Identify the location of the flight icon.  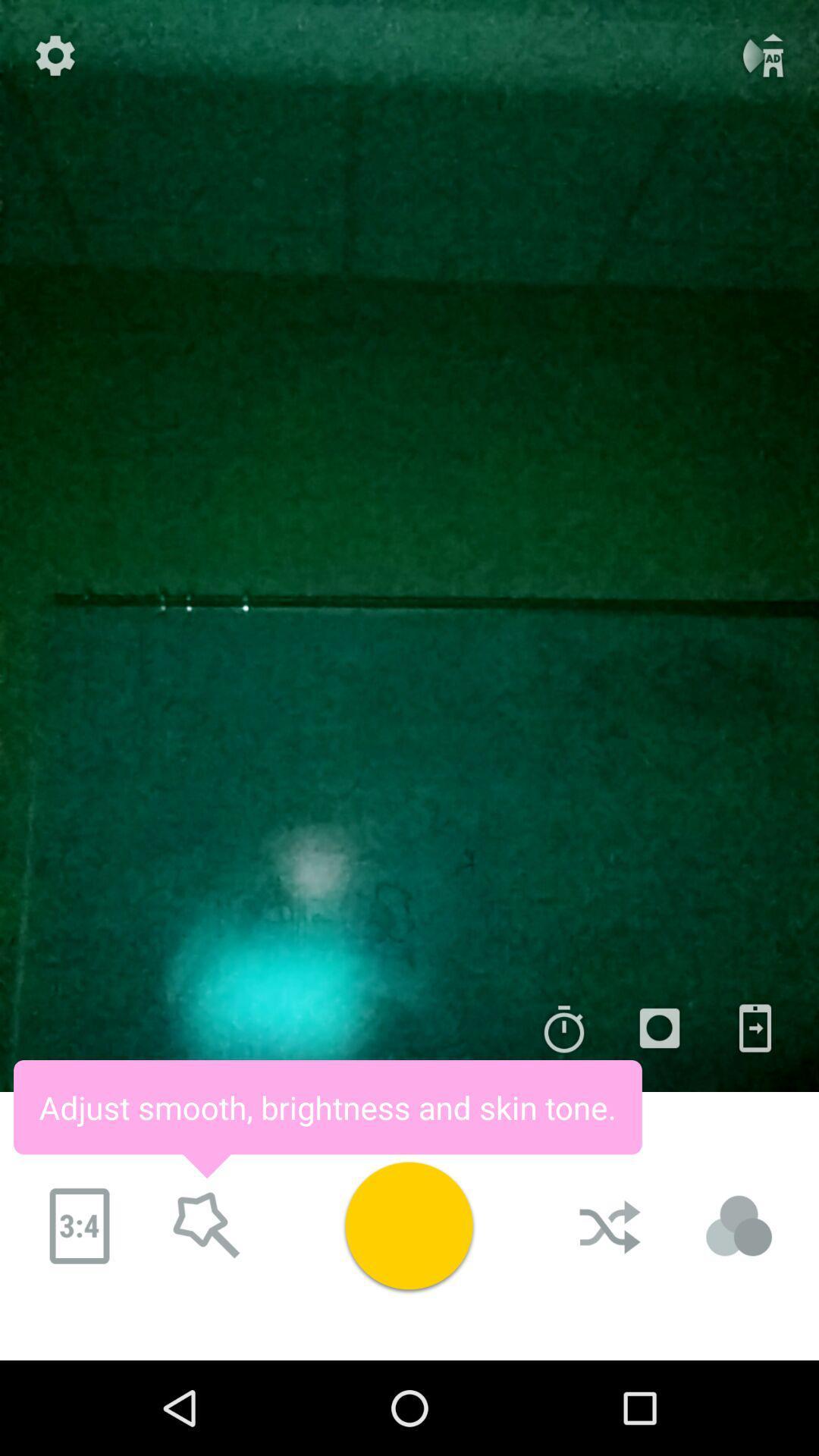
(763, 55).